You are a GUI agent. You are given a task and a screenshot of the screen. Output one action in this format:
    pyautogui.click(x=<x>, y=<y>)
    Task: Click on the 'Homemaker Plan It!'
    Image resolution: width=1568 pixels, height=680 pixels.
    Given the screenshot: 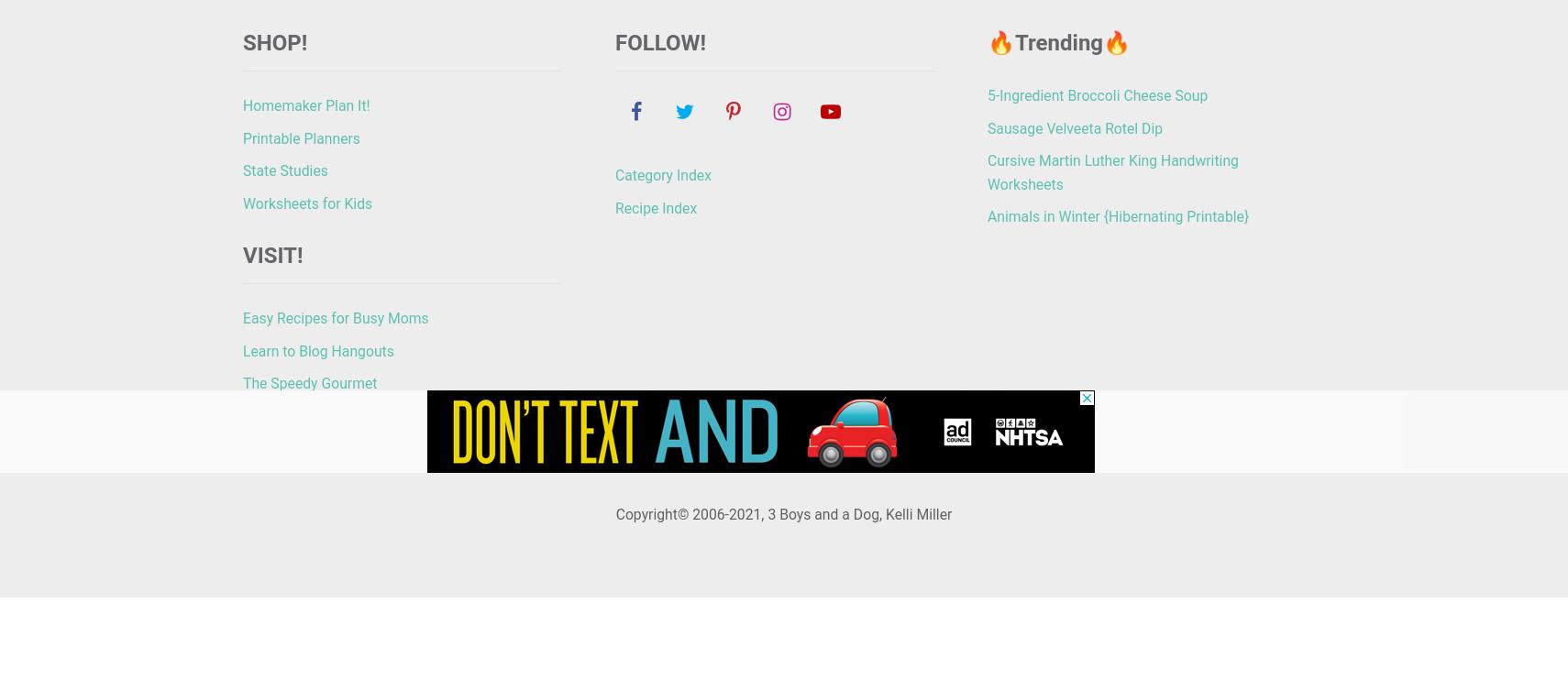 What is the action you would take?
    pyautogui.click(x=304, y=104)
    